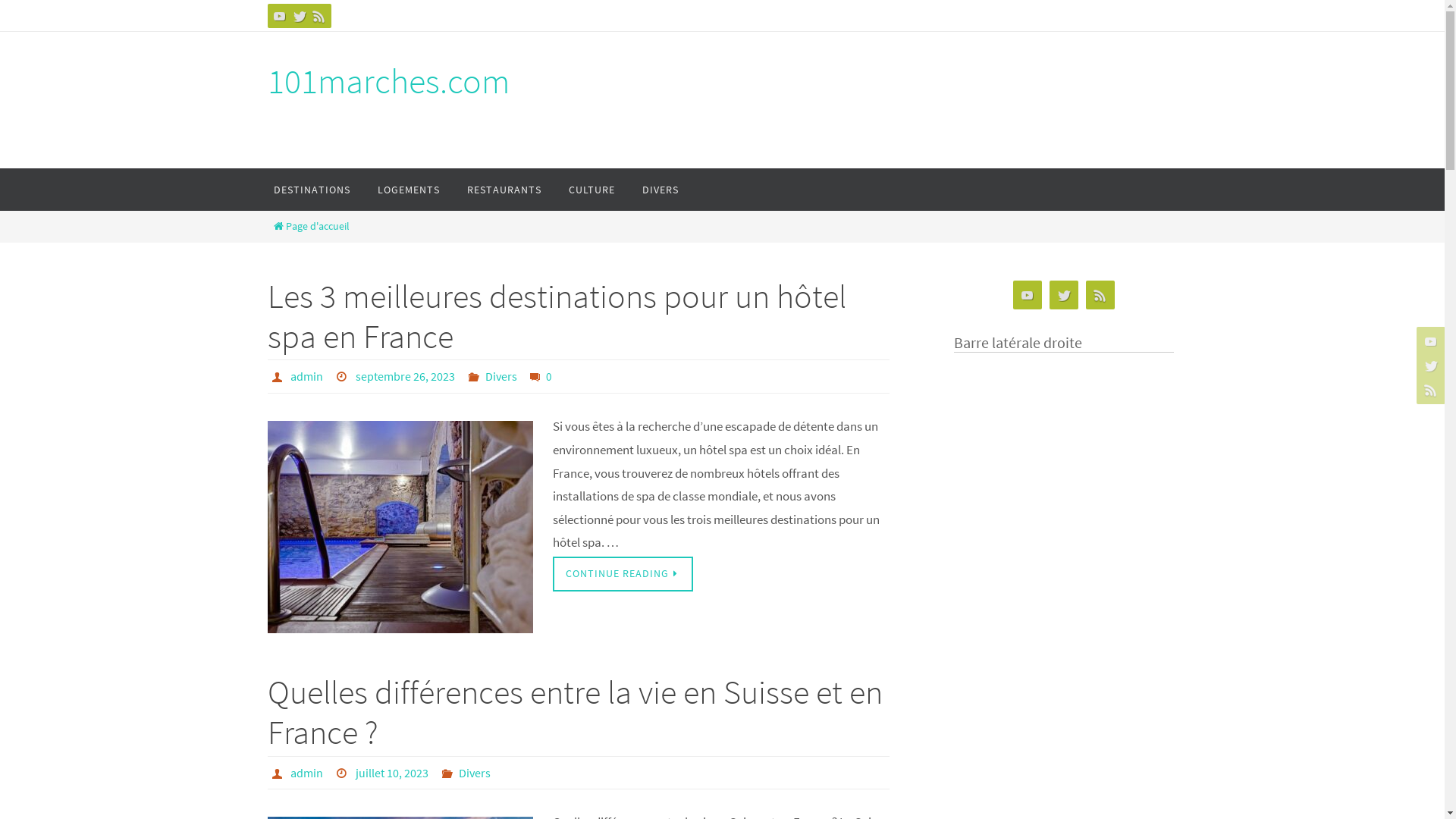 The height and width of the screenshot is (819, 1456). Describe the element at coordinates (279, 375) in the screenshot. I see `'Auteur'` at that location.